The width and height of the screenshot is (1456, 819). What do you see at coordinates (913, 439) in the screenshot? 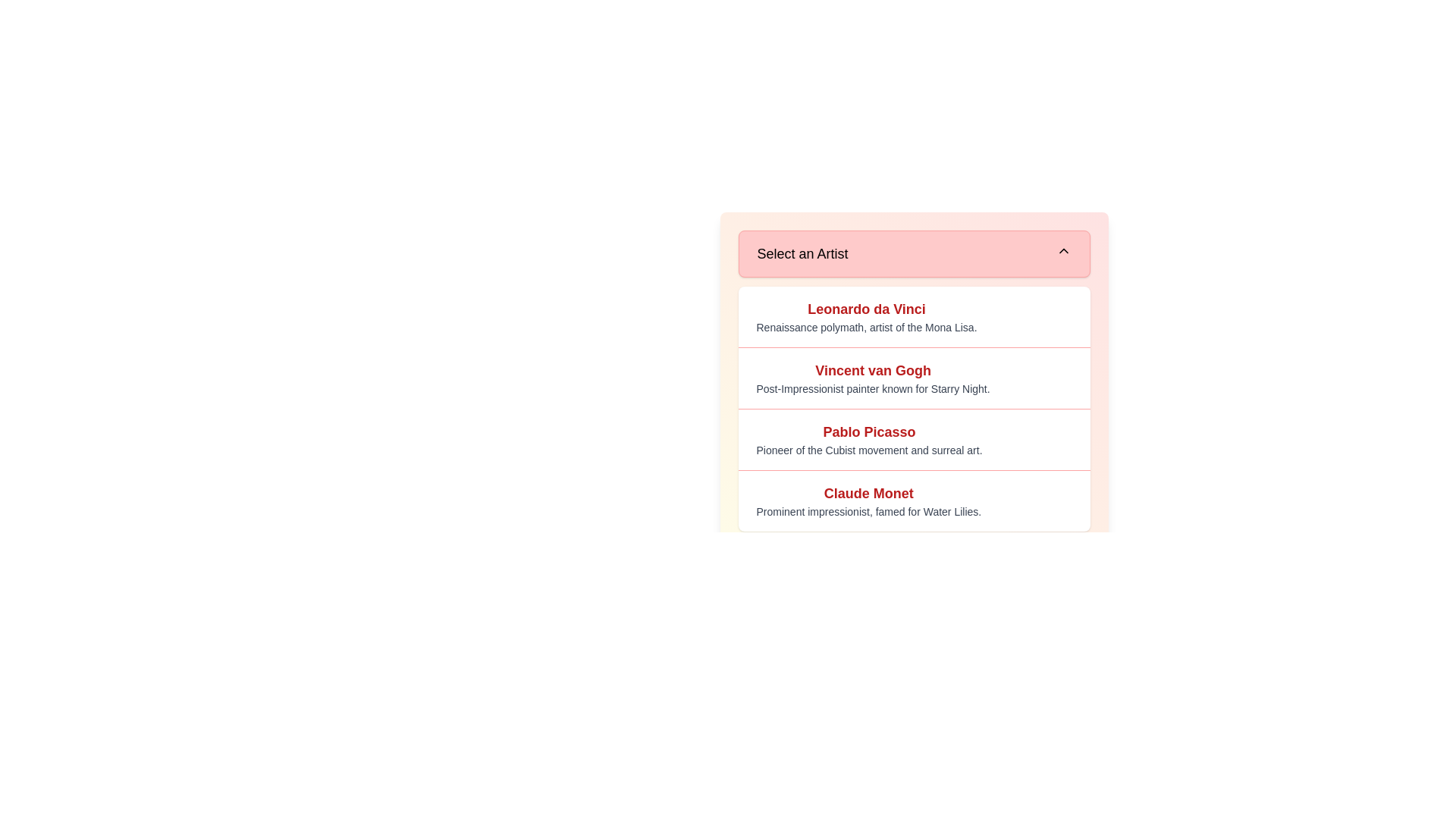
I see `detailed text of the third list item titled 'Pablo Picasso' with a subtitle about his contributions to art` at bounding box center [913, 439].